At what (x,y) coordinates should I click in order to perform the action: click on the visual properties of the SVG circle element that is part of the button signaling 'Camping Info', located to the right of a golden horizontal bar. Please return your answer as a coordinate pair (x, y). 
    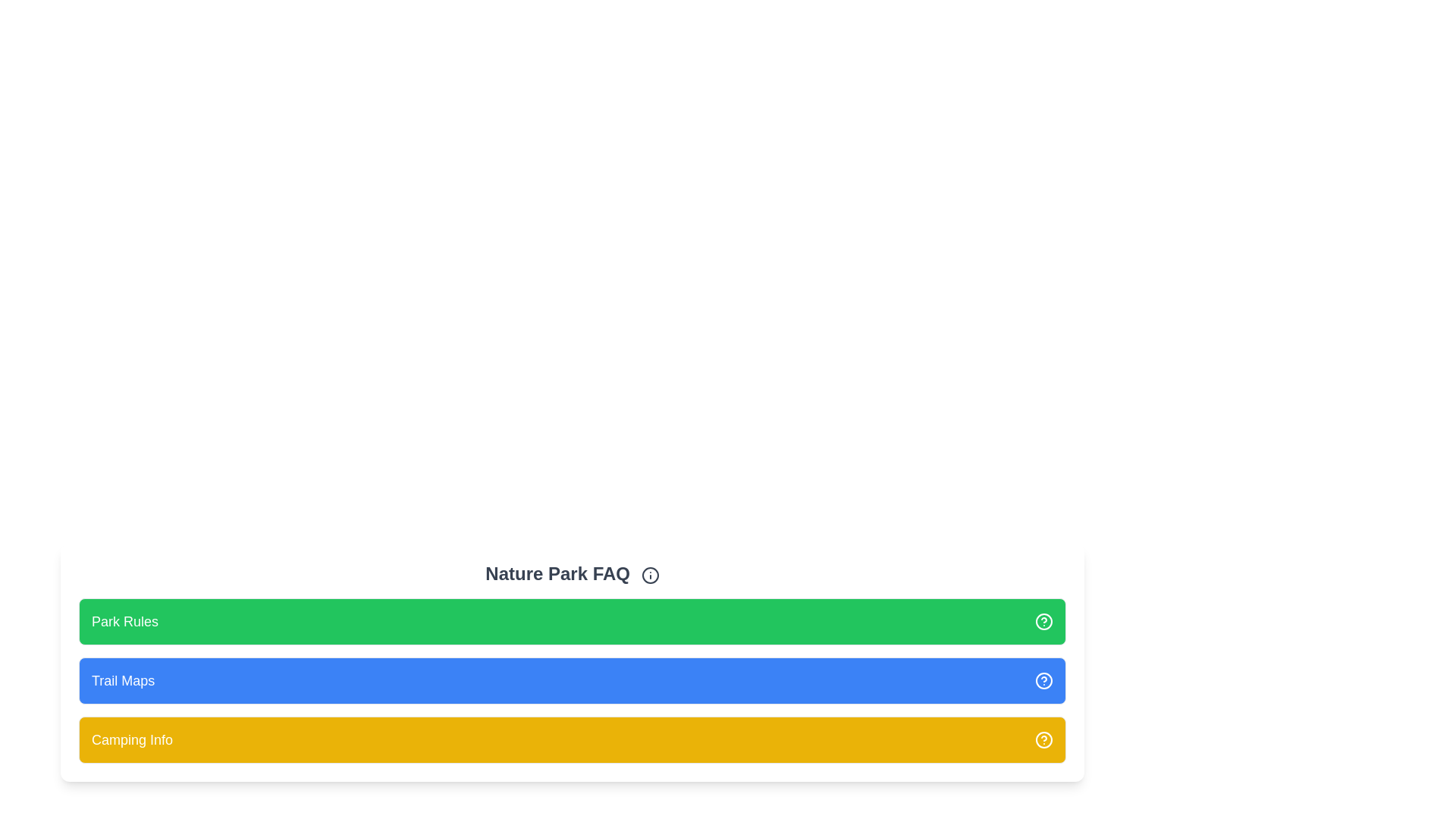
    Looking at the image, I should click on (1043, 739).